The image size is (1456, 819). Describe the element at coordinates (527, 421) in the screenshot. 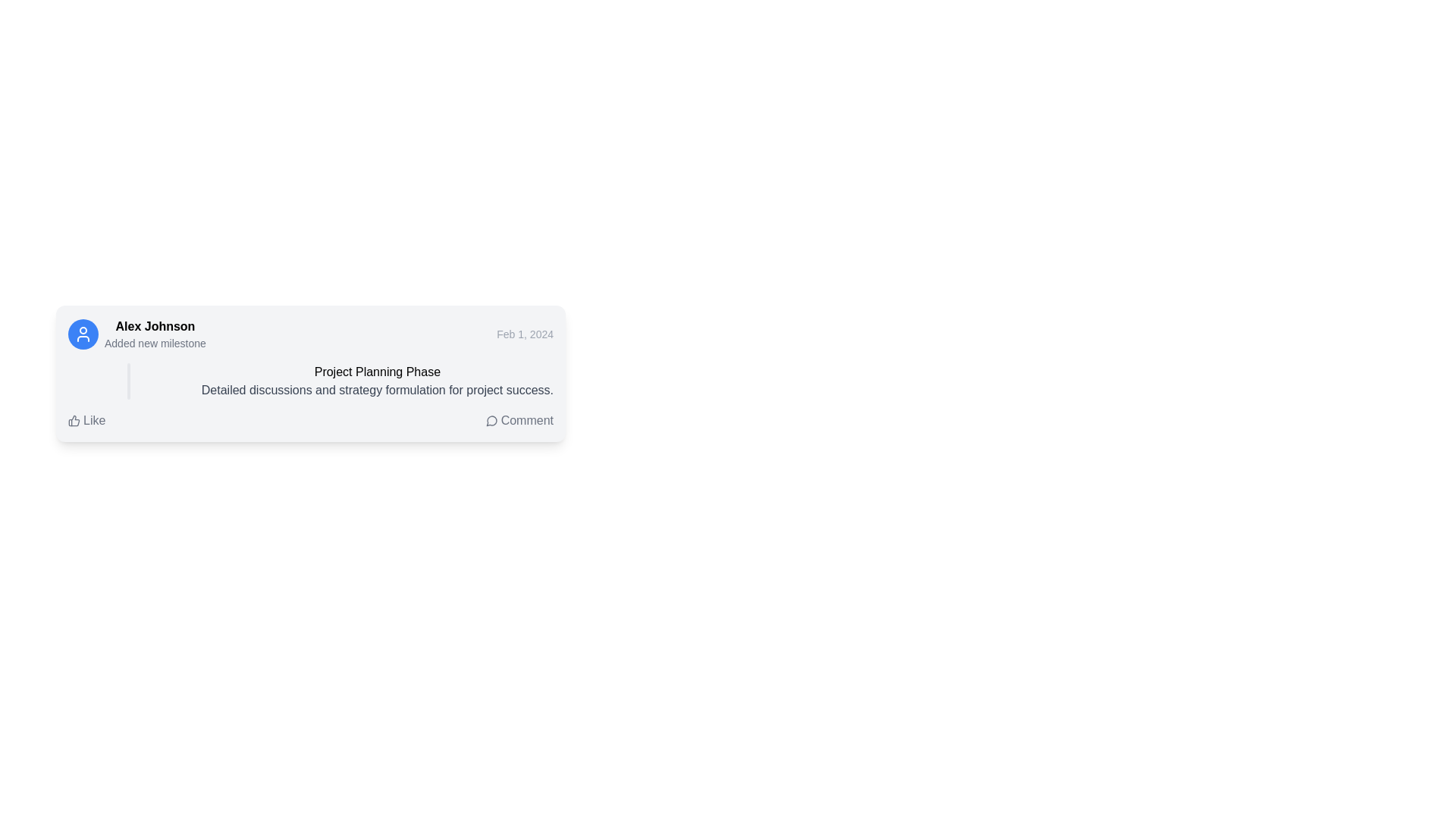

I see `the Text Label that represents the comment interaction feature located at the bottom-right area of the card section, which is associated with a speech bubble icon on the left` at that location.